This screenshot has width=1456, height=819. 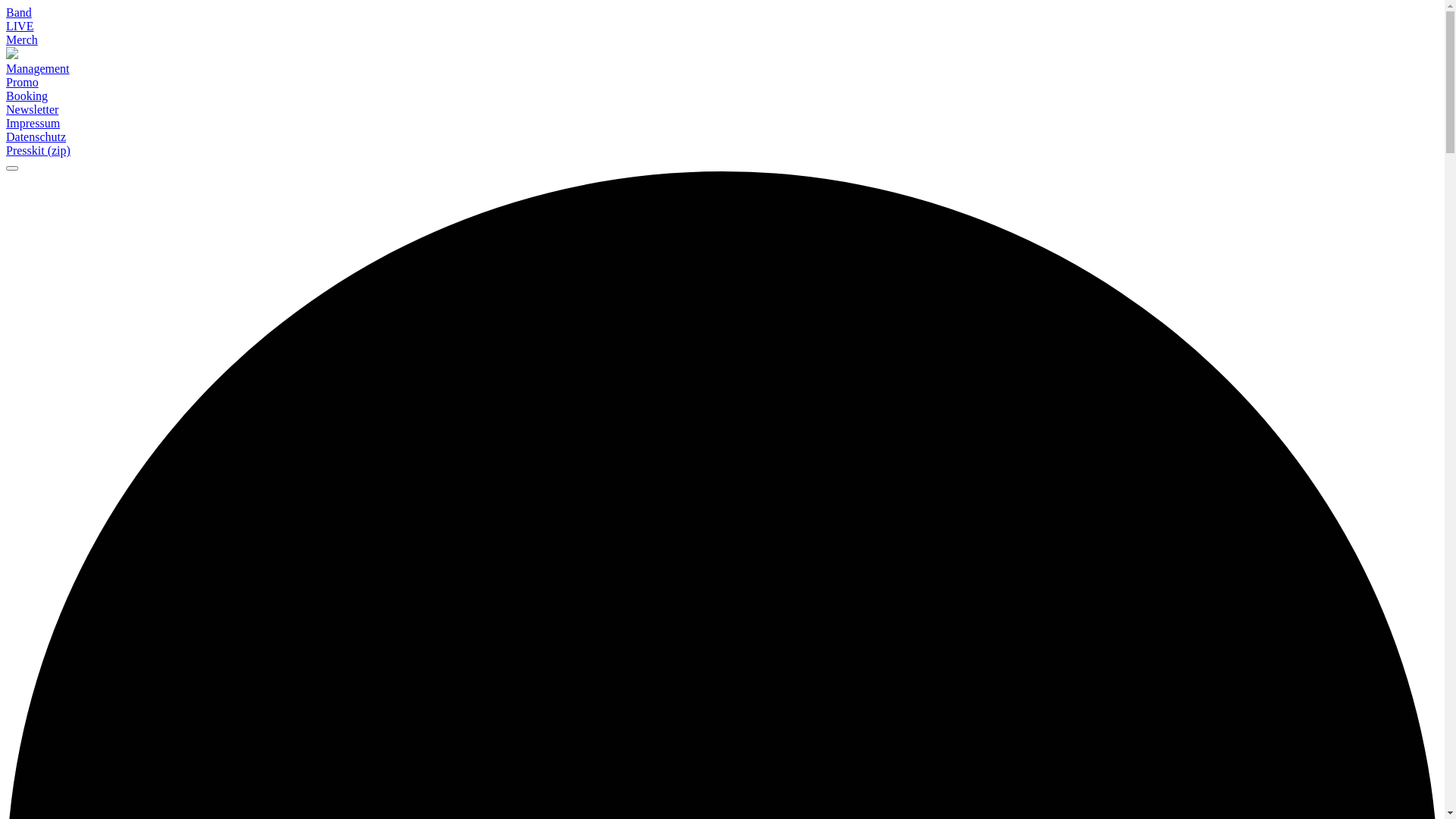 What do you see at coordinates (18, 12) in the screenshot?
I see `'Band'` at bounding box center [18, 12].